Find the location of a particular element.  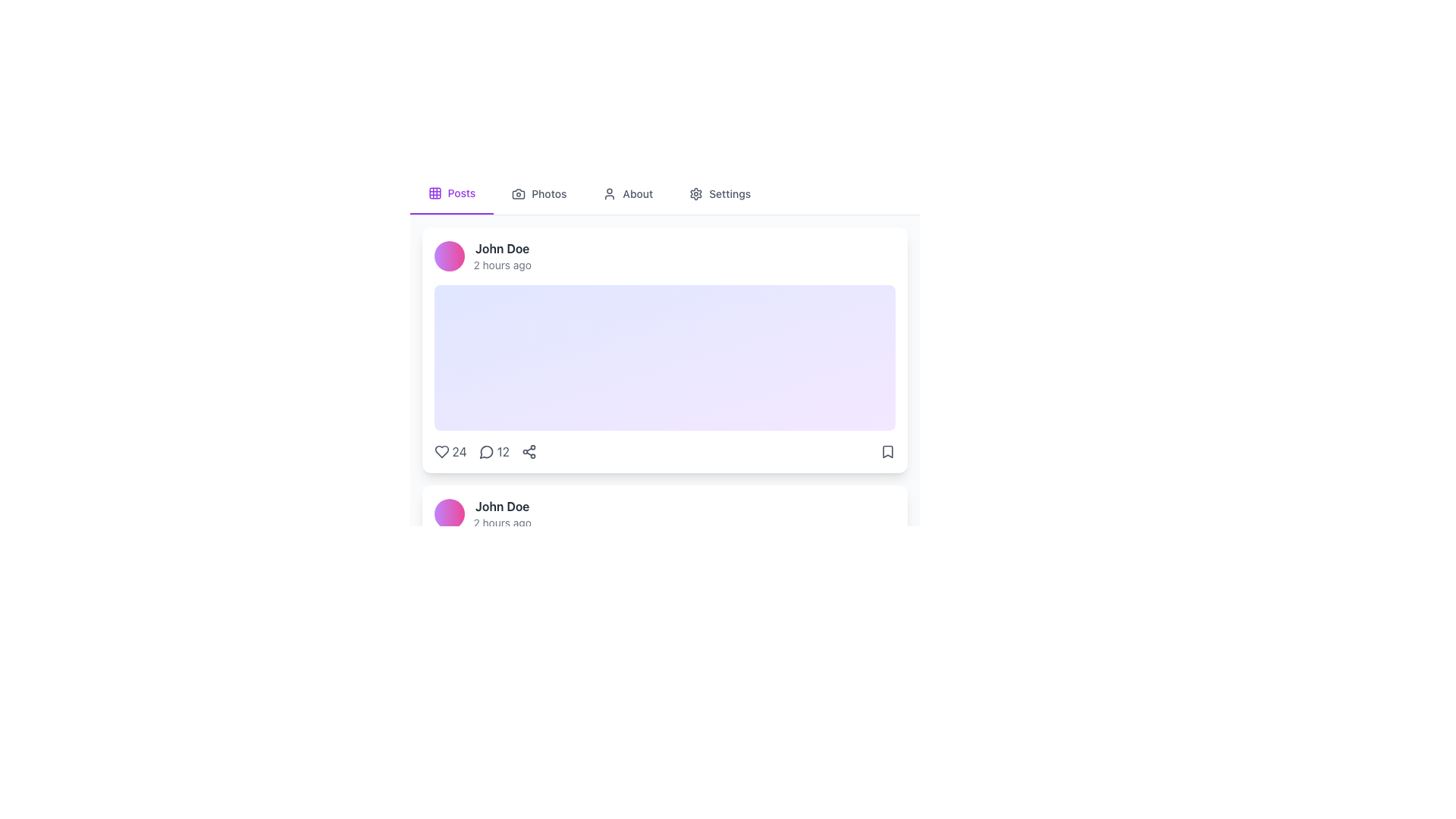

the comment icon, represented by a speech bubble shape with the number '12' next to it is located at coordinates (485, 451).